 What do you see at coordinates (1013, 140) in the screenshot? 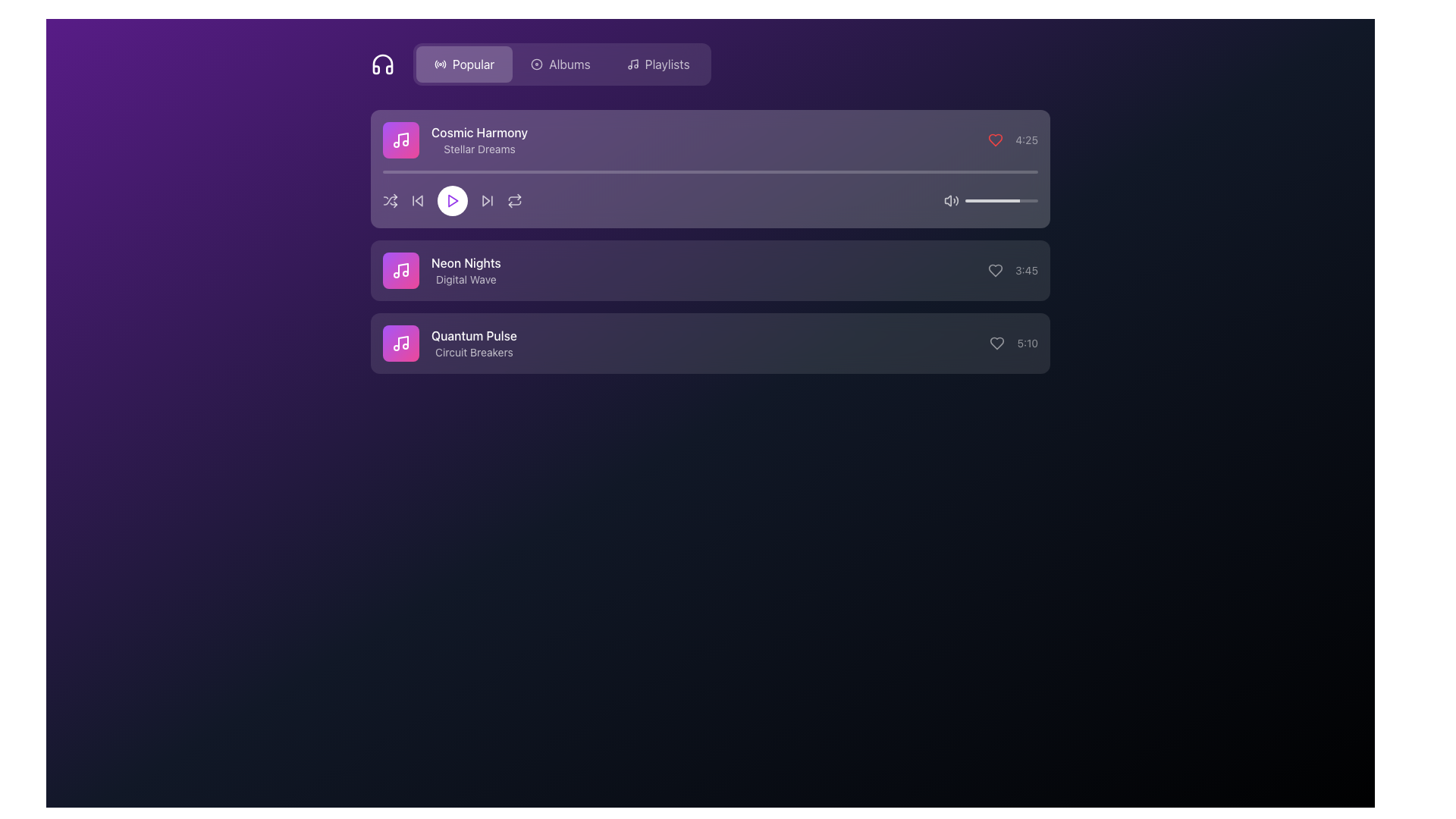
I see `the red heart icon to like the track, located next to the gray text label displaying '4:25' in the top-right corner of the first music item card` at bounding box center [1013, 140].